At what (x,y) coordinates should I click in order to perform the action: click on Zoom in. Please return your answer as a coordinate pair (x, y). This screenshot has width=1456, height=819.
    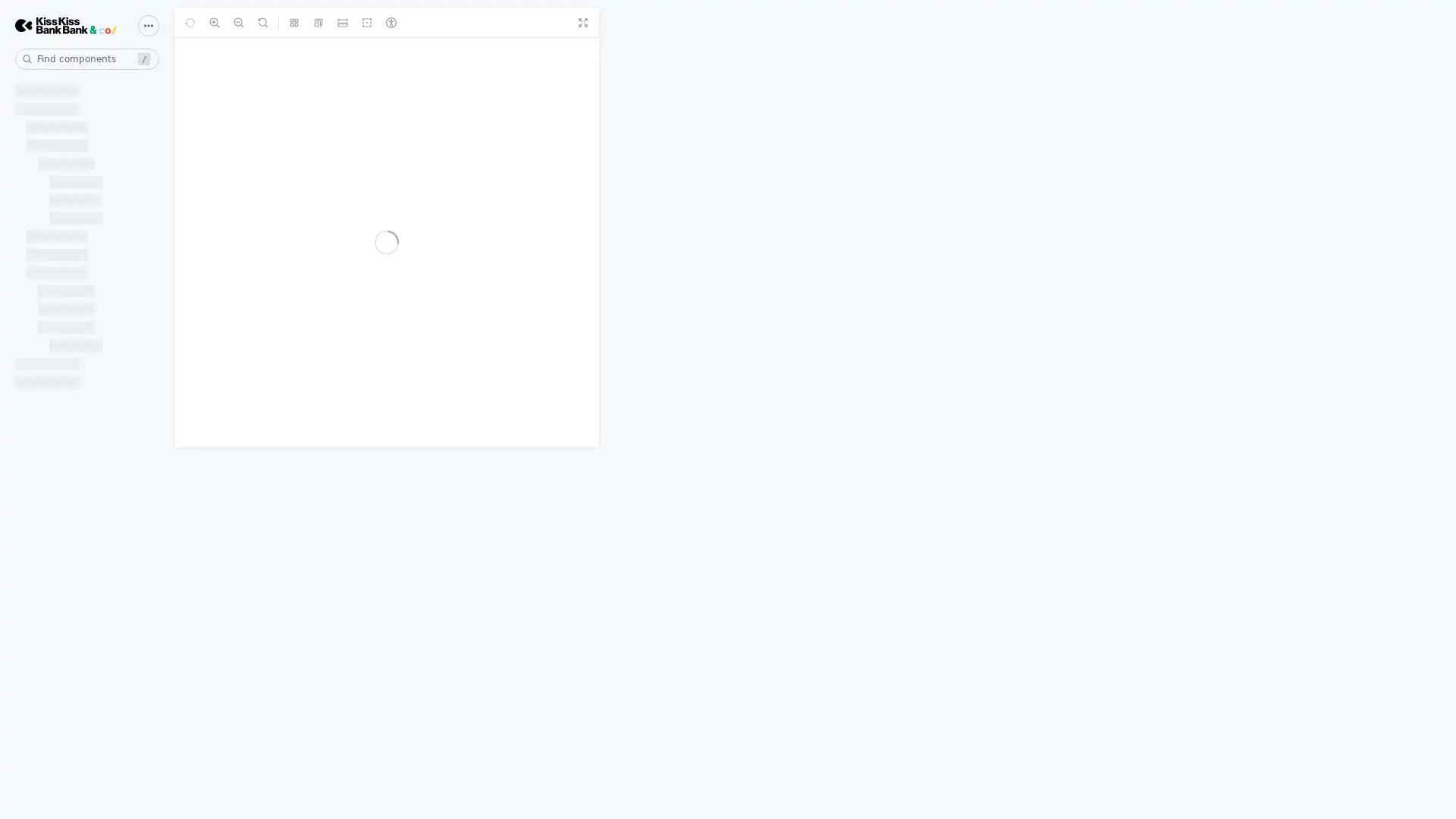
    Looking at the image, I should click on (331, 23).